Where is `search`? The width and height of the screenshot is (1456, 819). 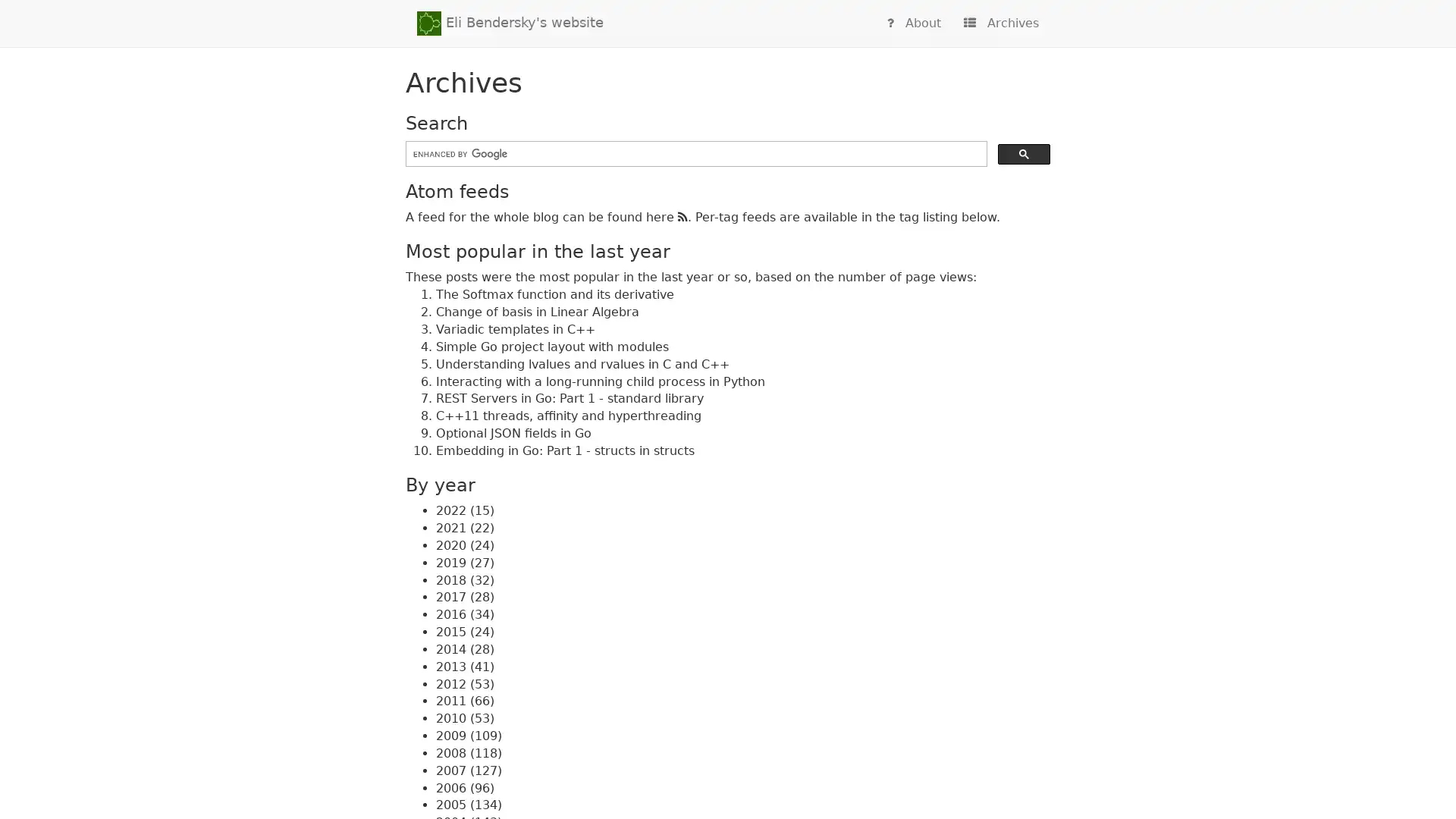 search is located at coordinates (1024, 154).